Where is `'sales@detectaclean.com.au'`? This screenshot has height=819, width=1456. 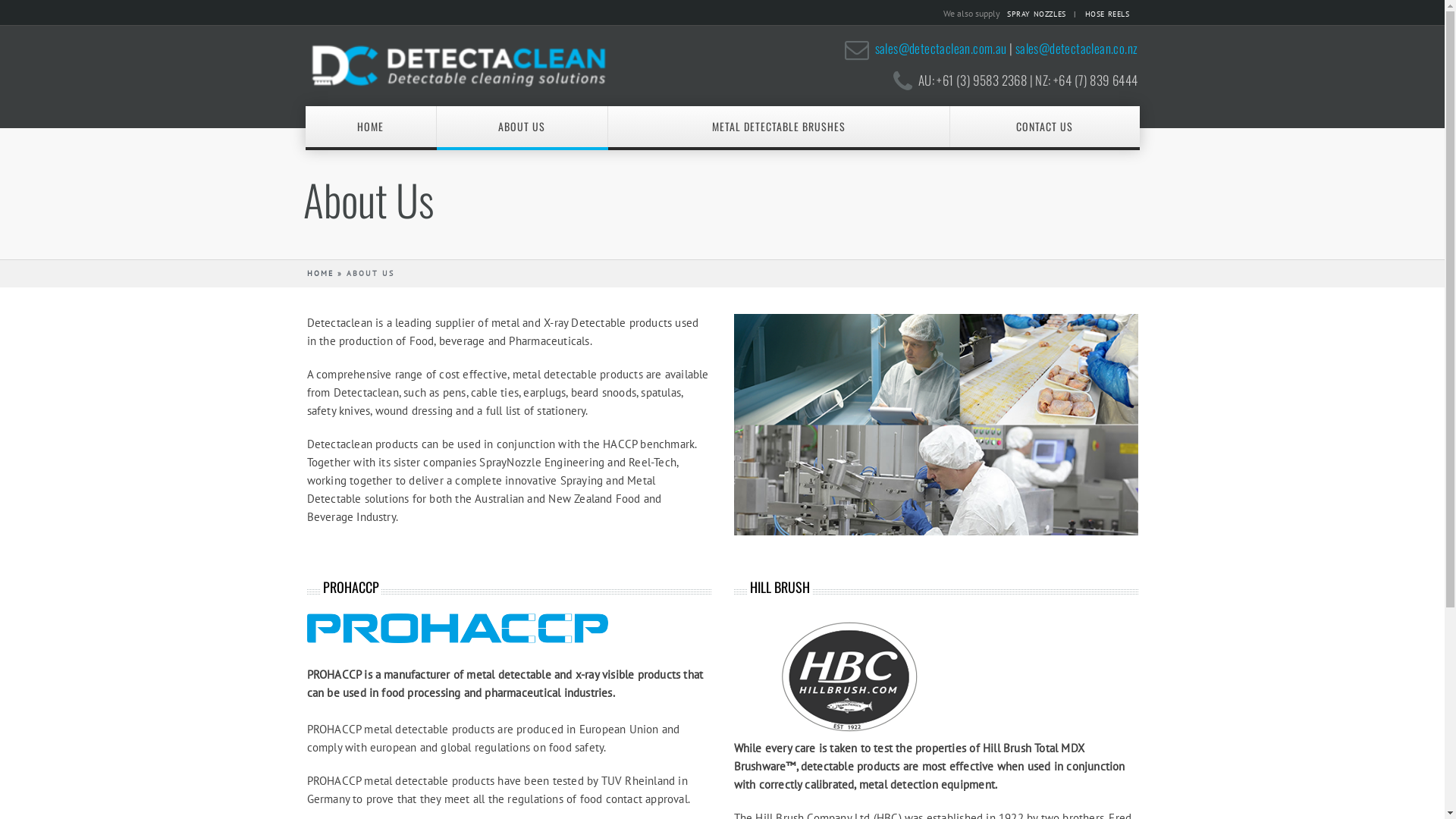 'sales@detectaclean.com.au' is located at coordinates (940, 47).